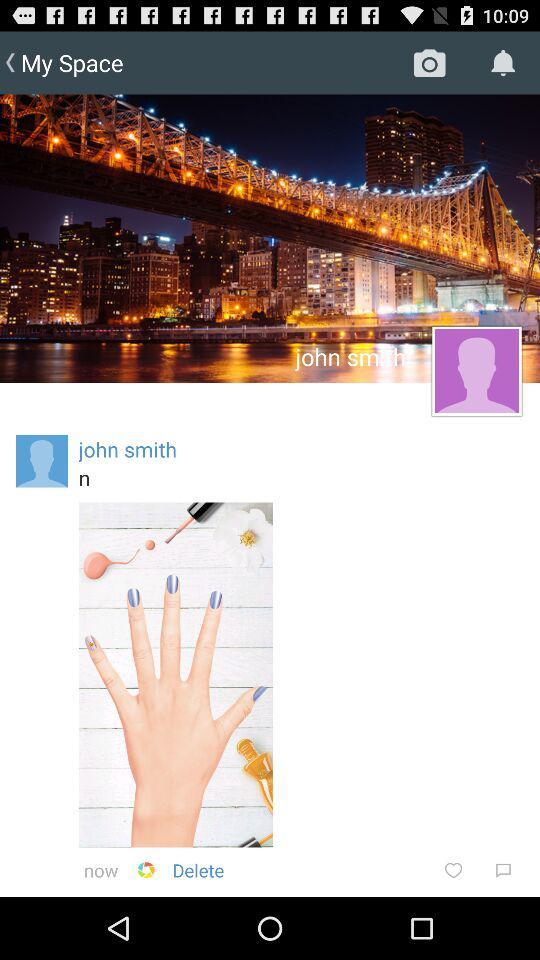 This screenshot has width=540, height=960. Describe the element at coordinates (175, 675) in the screenshot. I see `the image` at that location.